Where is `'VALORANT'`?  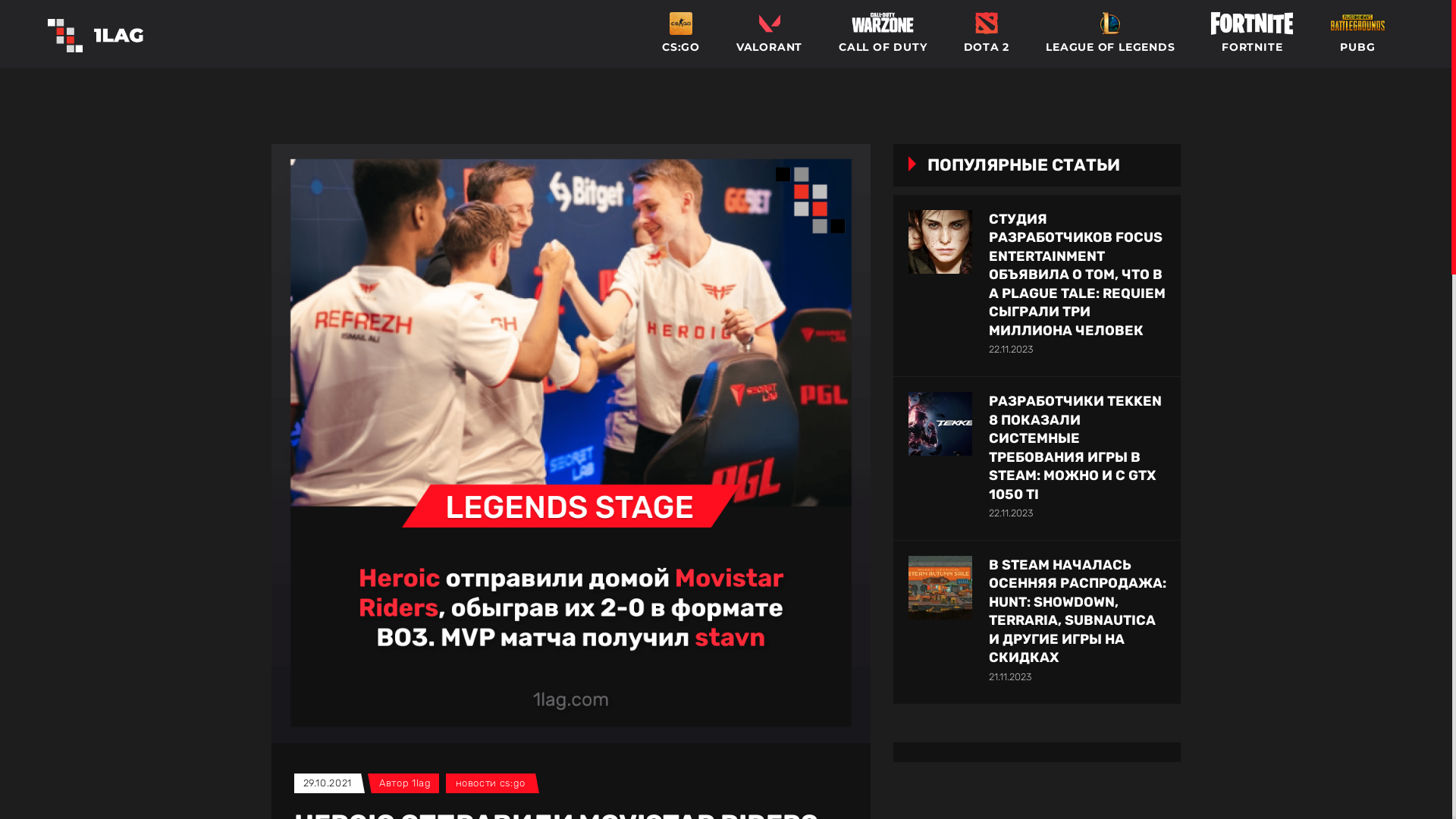 'VALORANT' is located at coordinates (769, 34).